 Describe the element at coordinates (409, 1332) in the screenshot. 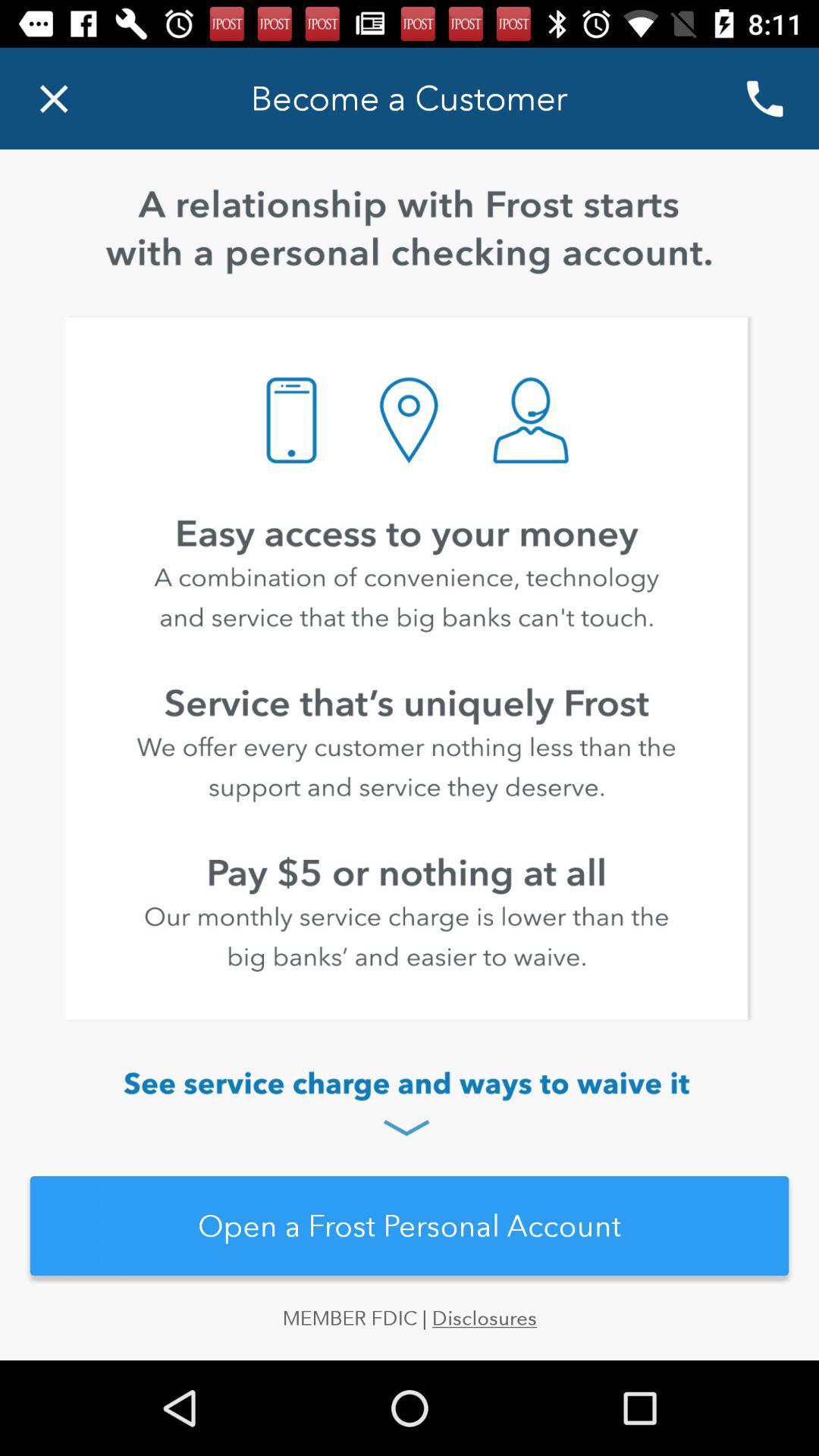

I see `the member fdic | disclosures` at that location.